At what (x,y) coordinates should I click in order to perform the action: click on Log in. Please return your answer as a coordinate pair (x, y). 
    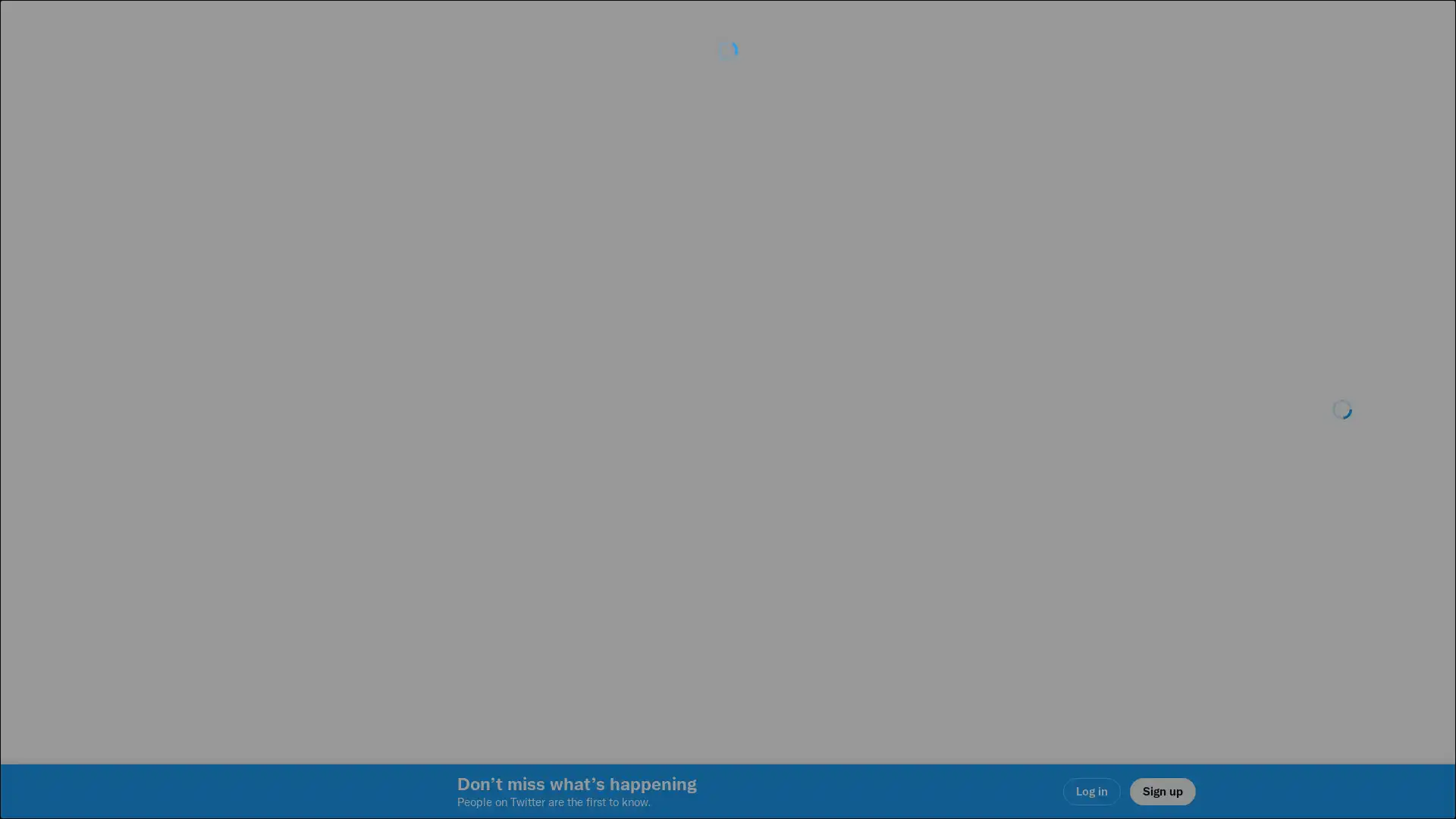
    Looking at the image, I should click on (910, 516).